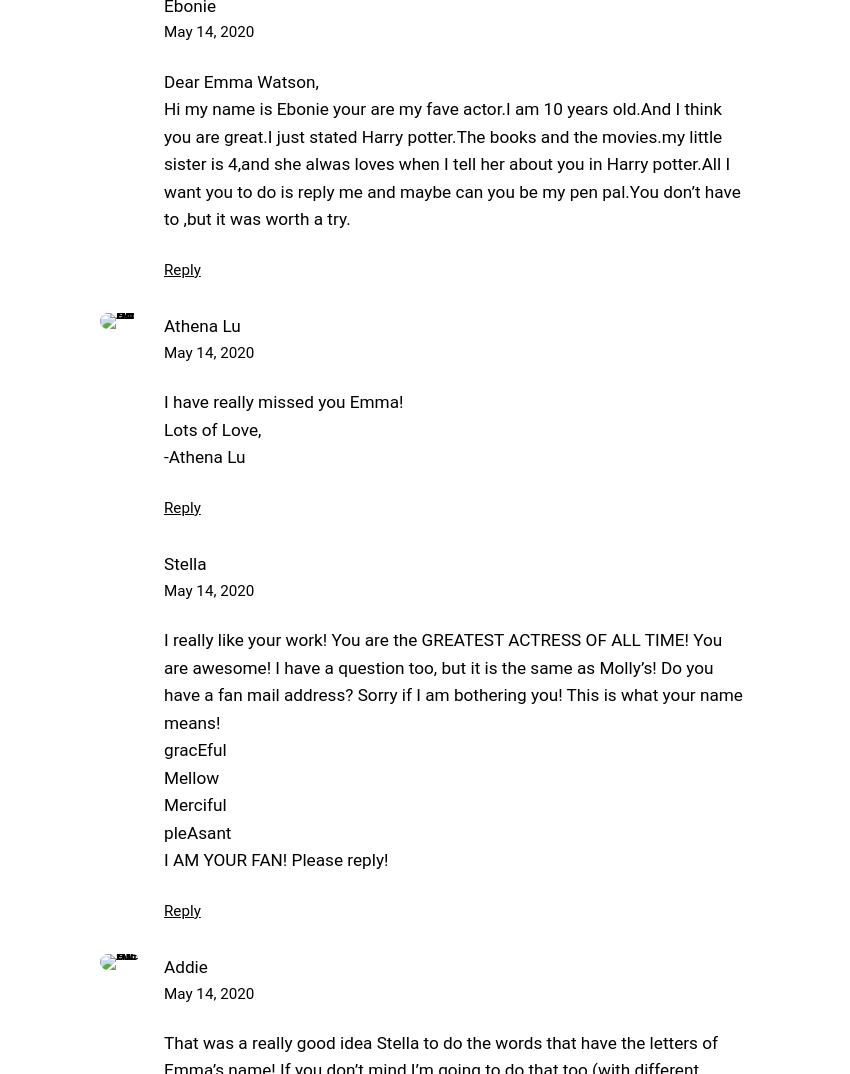  Describe the element at coordinates (203, 455) in the screenshot. I see `'-Athena Lu'` at that location.